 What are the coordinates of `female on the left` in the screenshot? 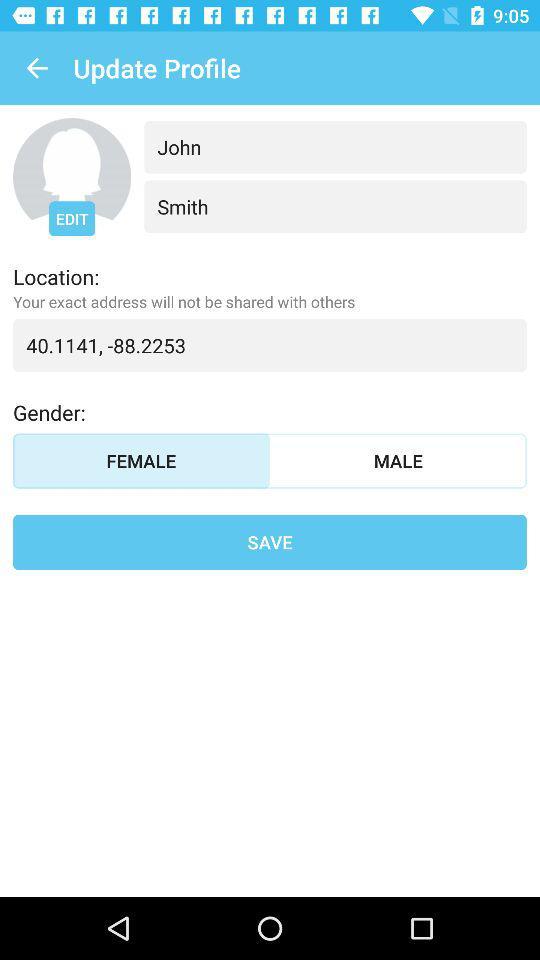 It's located at (140, 461).